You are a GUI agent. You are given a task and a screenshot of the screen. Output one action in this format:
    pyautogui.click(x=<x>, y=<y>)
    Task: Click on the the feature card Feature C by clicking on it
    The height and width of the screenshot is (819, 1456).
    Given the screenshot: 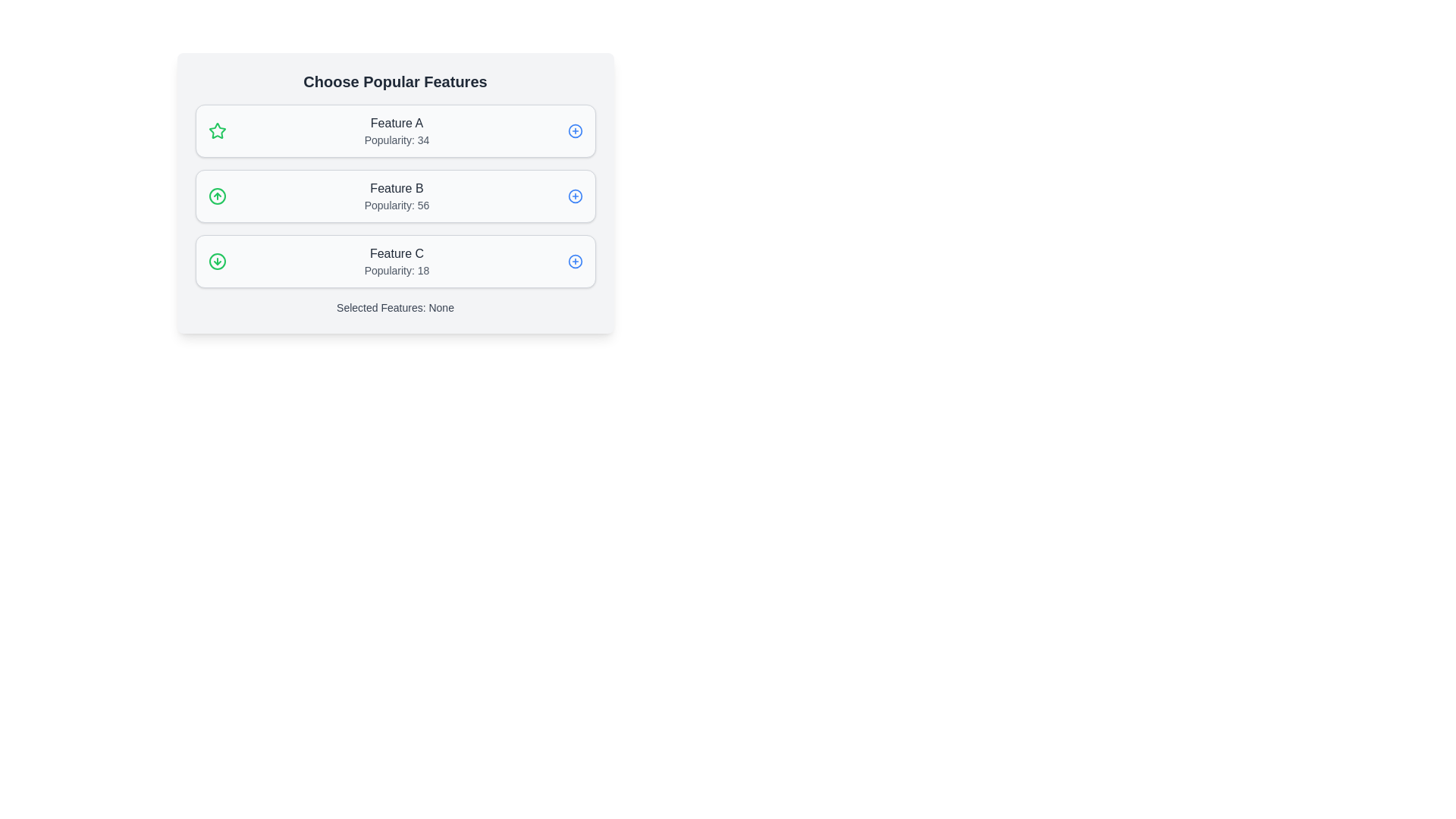 What is the action you would take?
    pyautogui.click(x=395, y=260)
    